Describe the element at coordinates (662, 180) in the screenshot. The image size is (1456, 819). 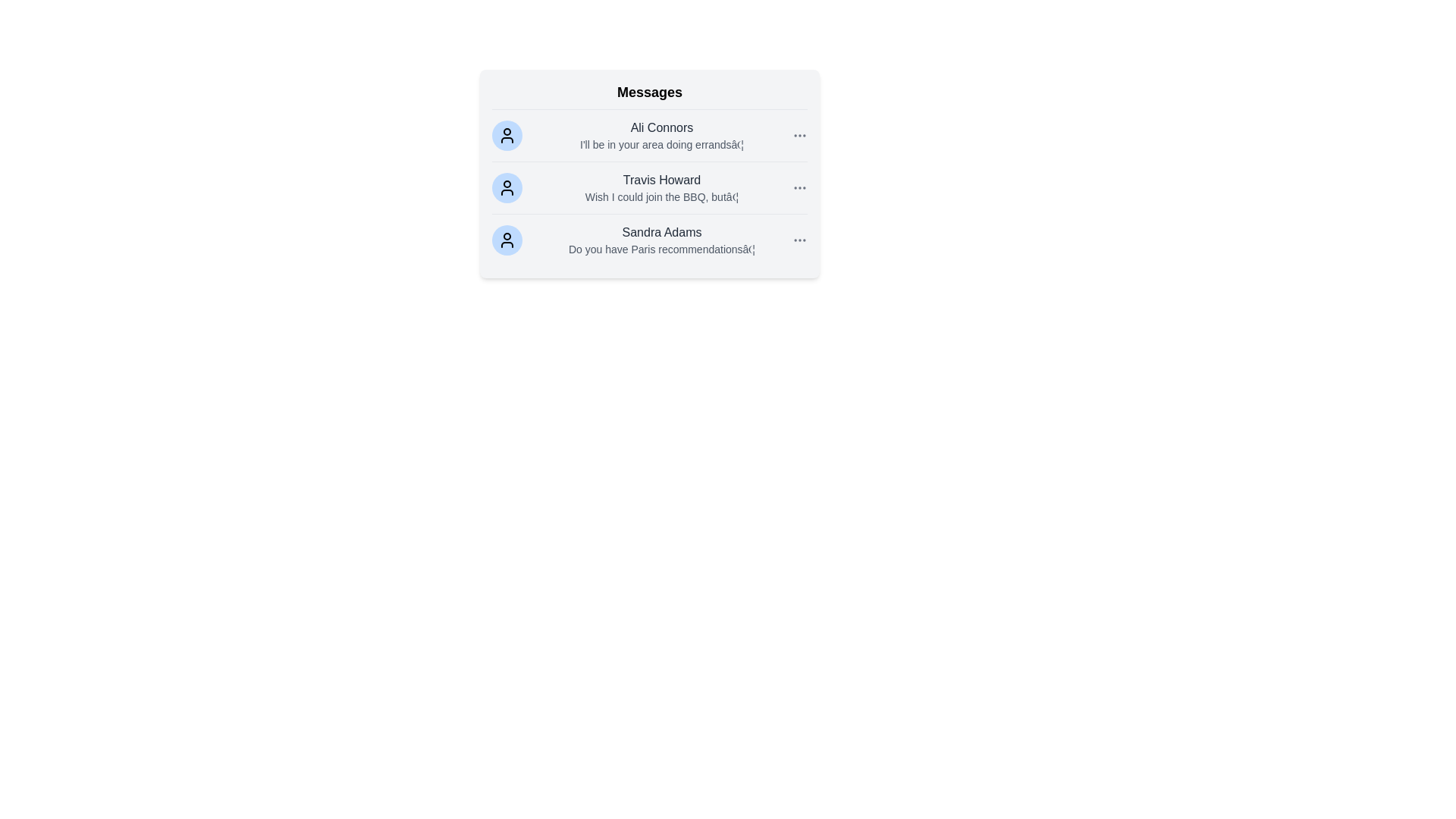
I see `text displayed in the Text Label that identifies the sender of the message, located above the message preview 'Wish I could join the BBQ, butâ€¦' in the second position of a vertical list of messages` at that location.